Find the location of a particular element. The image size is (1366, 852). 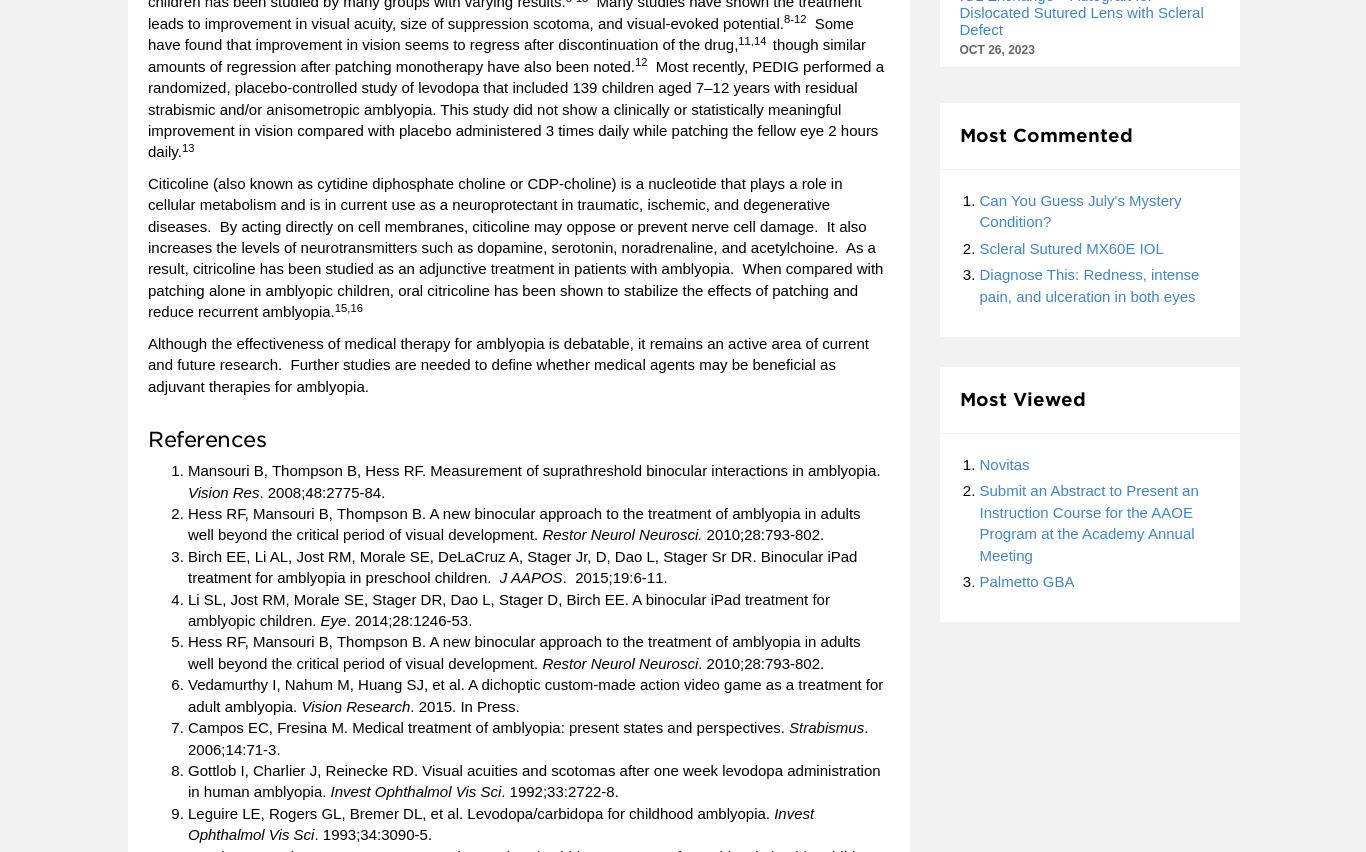

'Although the effectiveness of medical therapy for amblyopia is debatable, it remains an active area of current and future research.  Further studies are needed to define whether medical agents may be beneficial as adjuvant therapies for amblyopia.' is located at coordinates (146, 362).